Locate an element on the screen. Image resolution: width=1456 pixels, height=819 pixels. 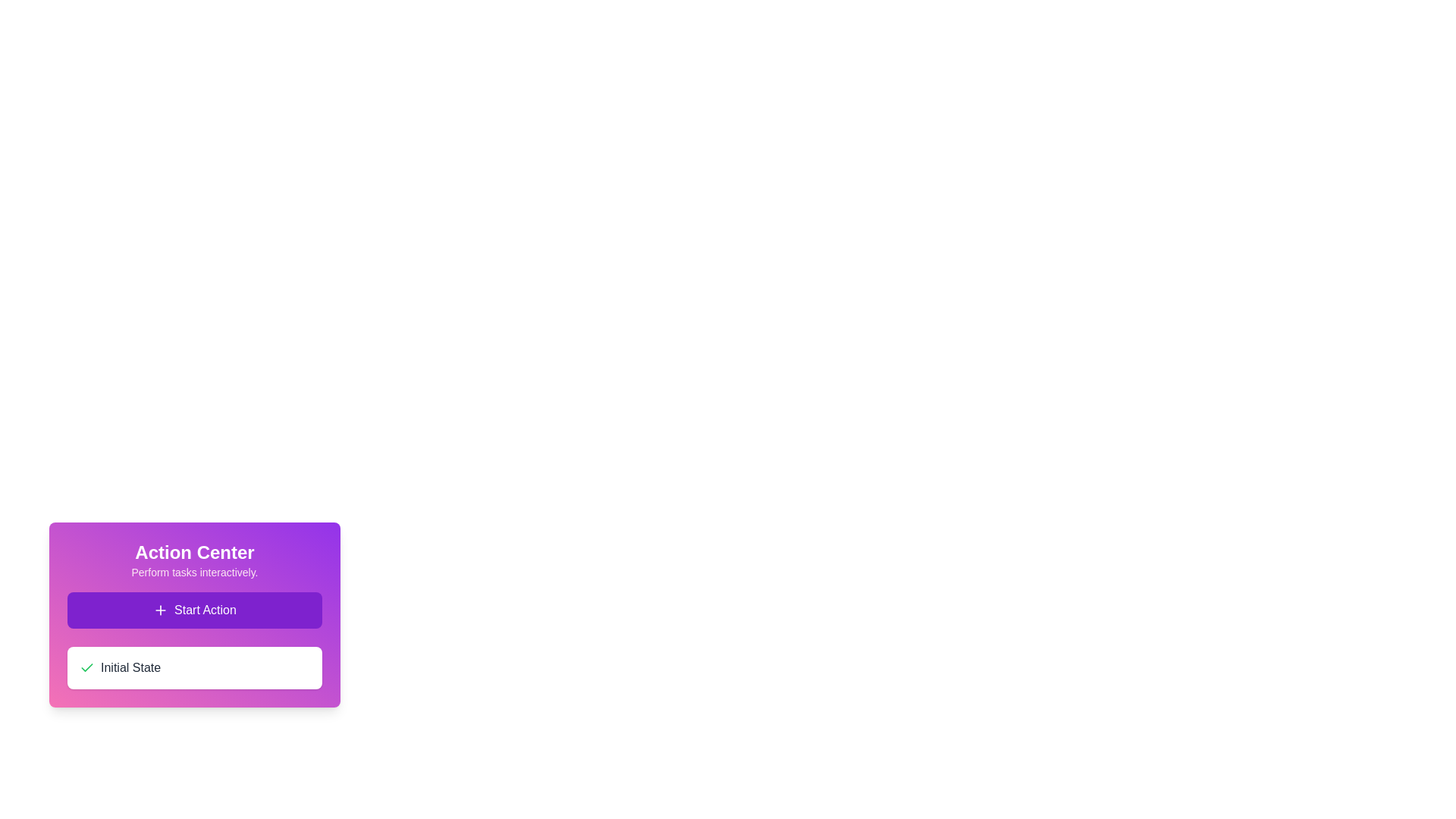
the green checkmark icon located to the left of the 'Initial State' text in the Action Center card is located at coordinates (86, 666).